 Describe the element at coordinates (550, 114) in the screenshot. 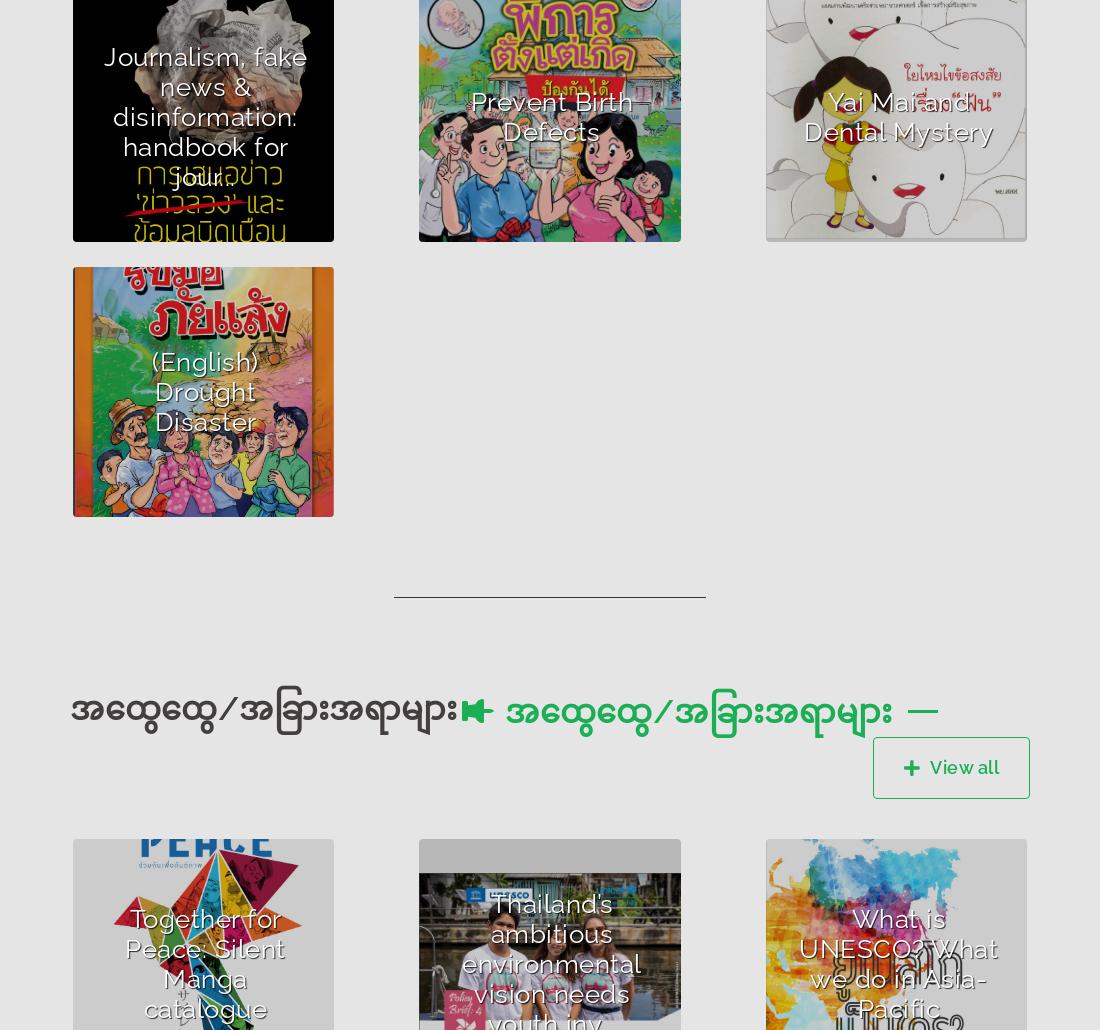

I see `'Prevent Birth Defects'` at that location.